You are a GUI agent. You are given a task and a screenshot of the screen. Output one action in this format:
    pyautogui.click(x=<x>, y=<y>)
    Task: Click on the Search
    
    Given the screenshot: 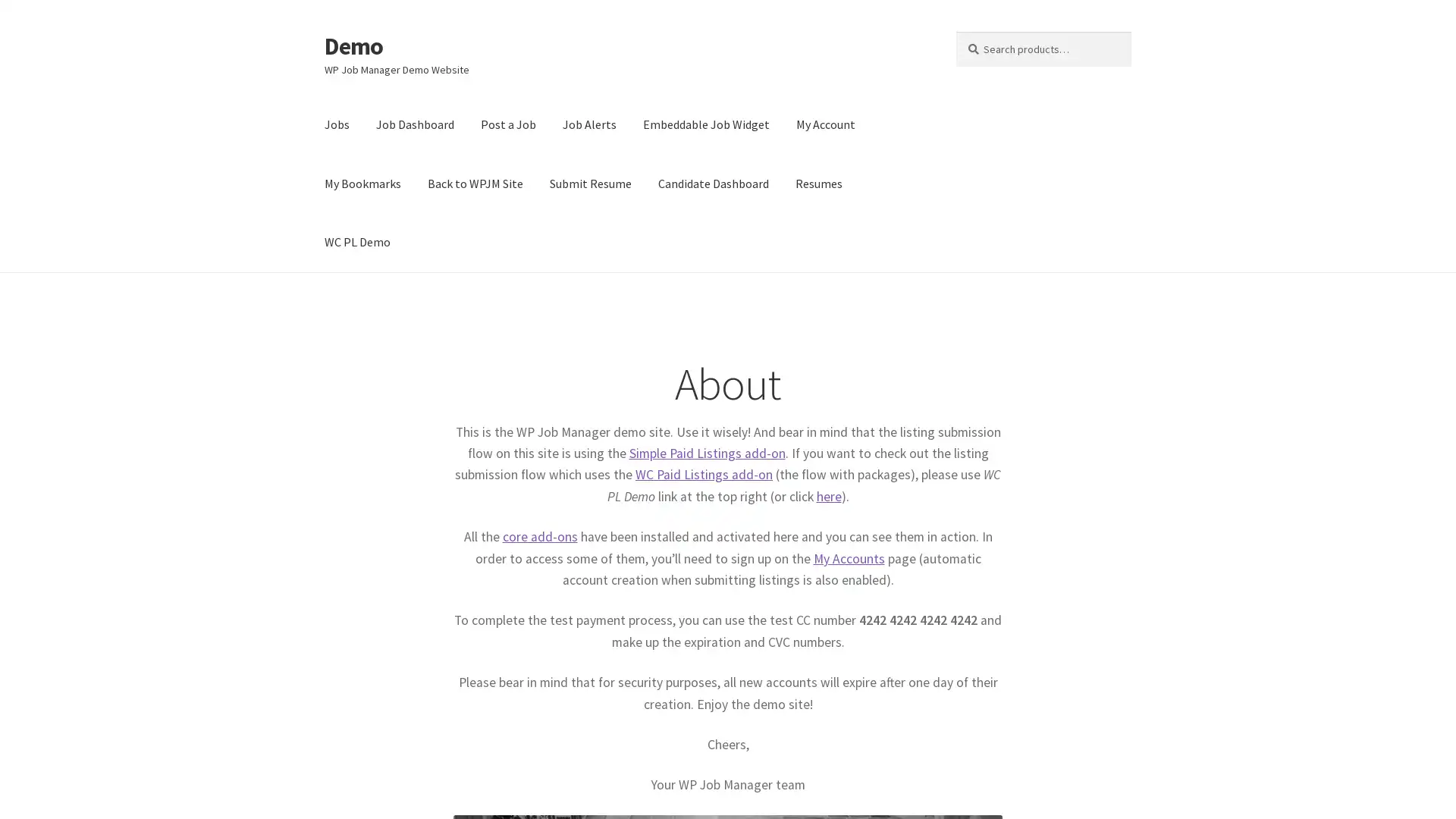 What is the action you would take?
    pyautogui.click(x=954, y=30)
    